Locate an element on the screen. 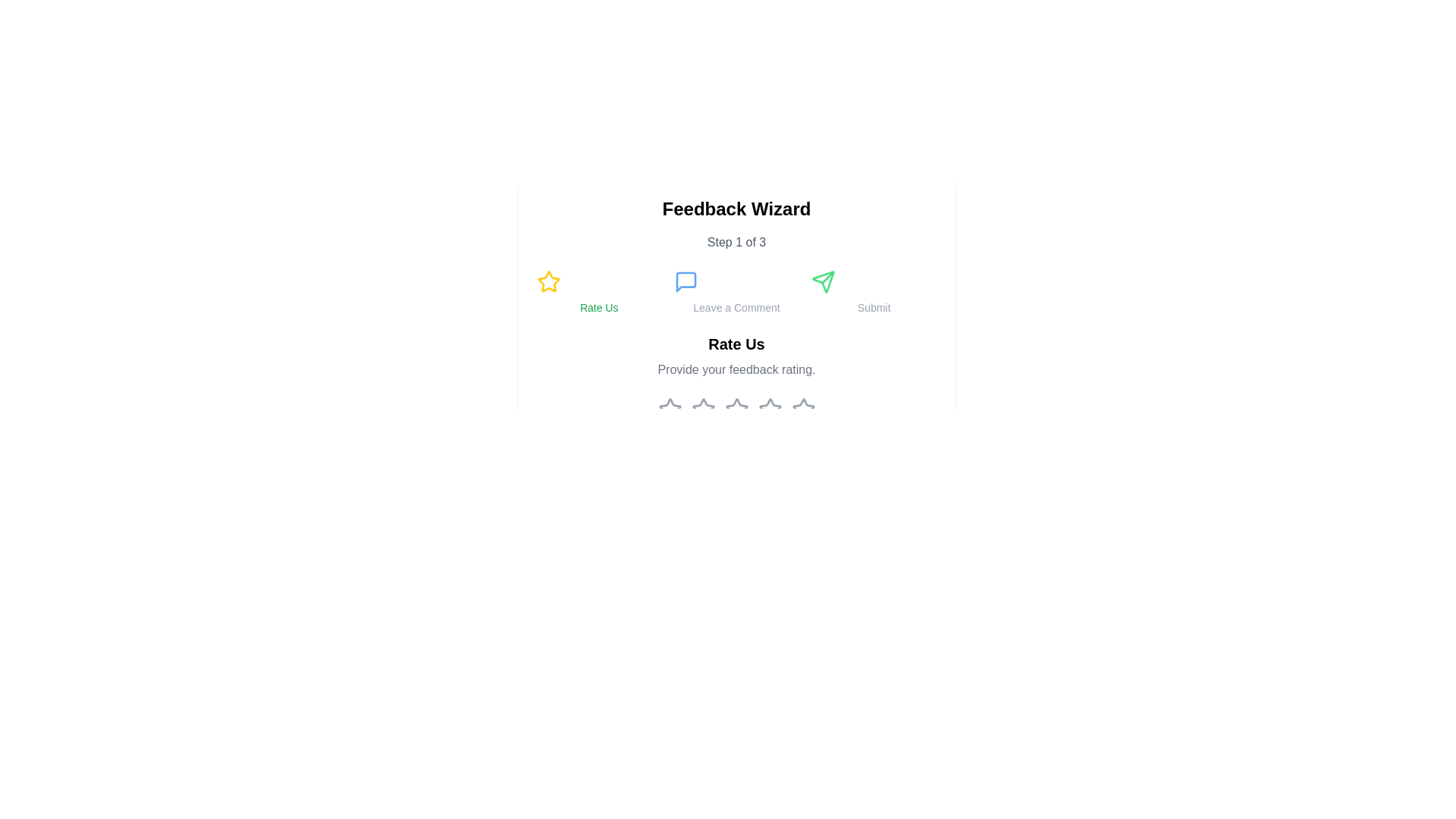 The height and width of the screenshot is (819, 1456). the rating star located in the third position from the left in a row of five star icons, below the 'Rate Us' heading is located at coordinates (736, 408).